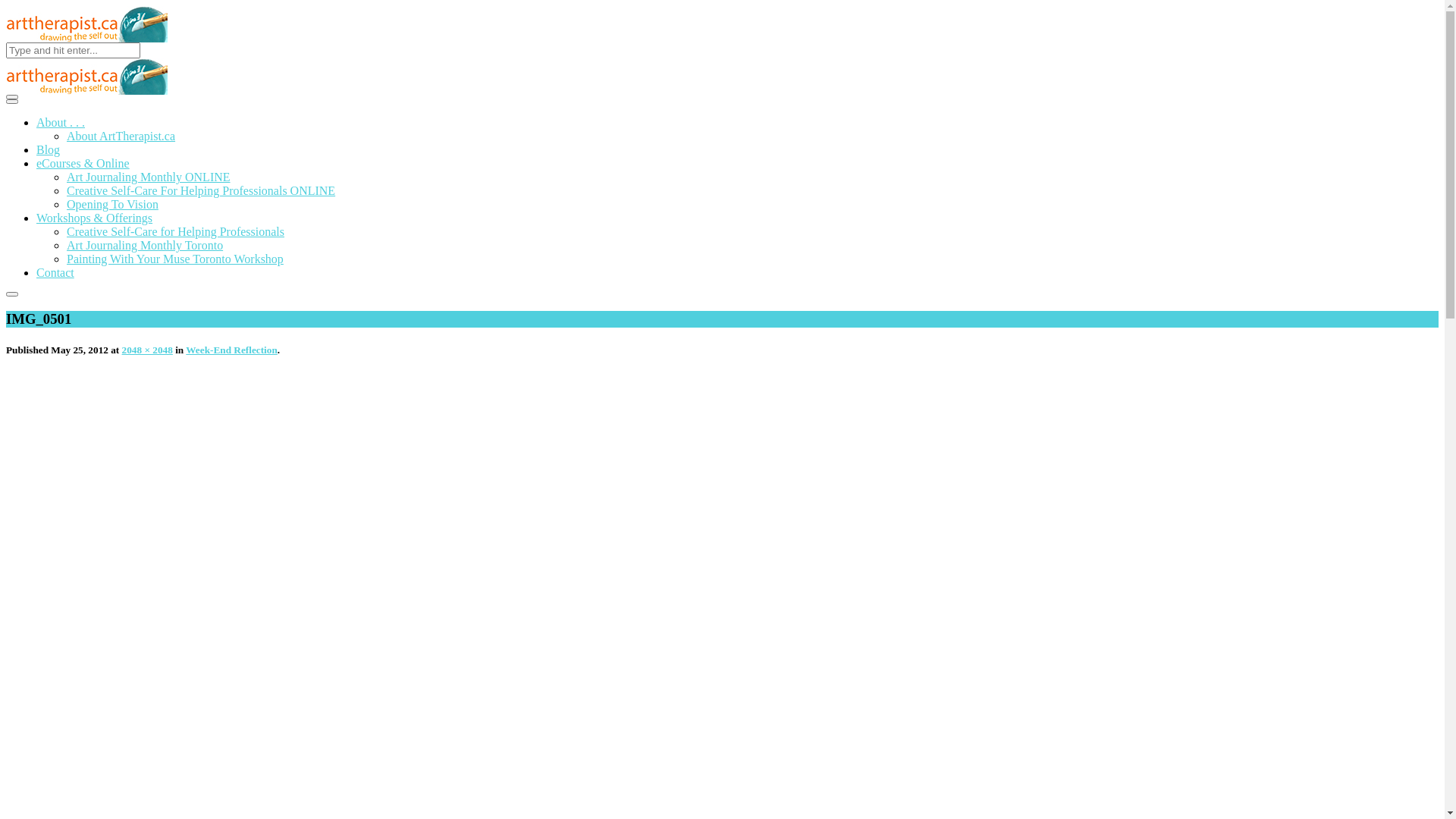 Image resolution: width=1456 pixels, height=819 pixels. Describe the element at coordinates (36, 121) in the screenshot. I see `'About . . .'` at that location.